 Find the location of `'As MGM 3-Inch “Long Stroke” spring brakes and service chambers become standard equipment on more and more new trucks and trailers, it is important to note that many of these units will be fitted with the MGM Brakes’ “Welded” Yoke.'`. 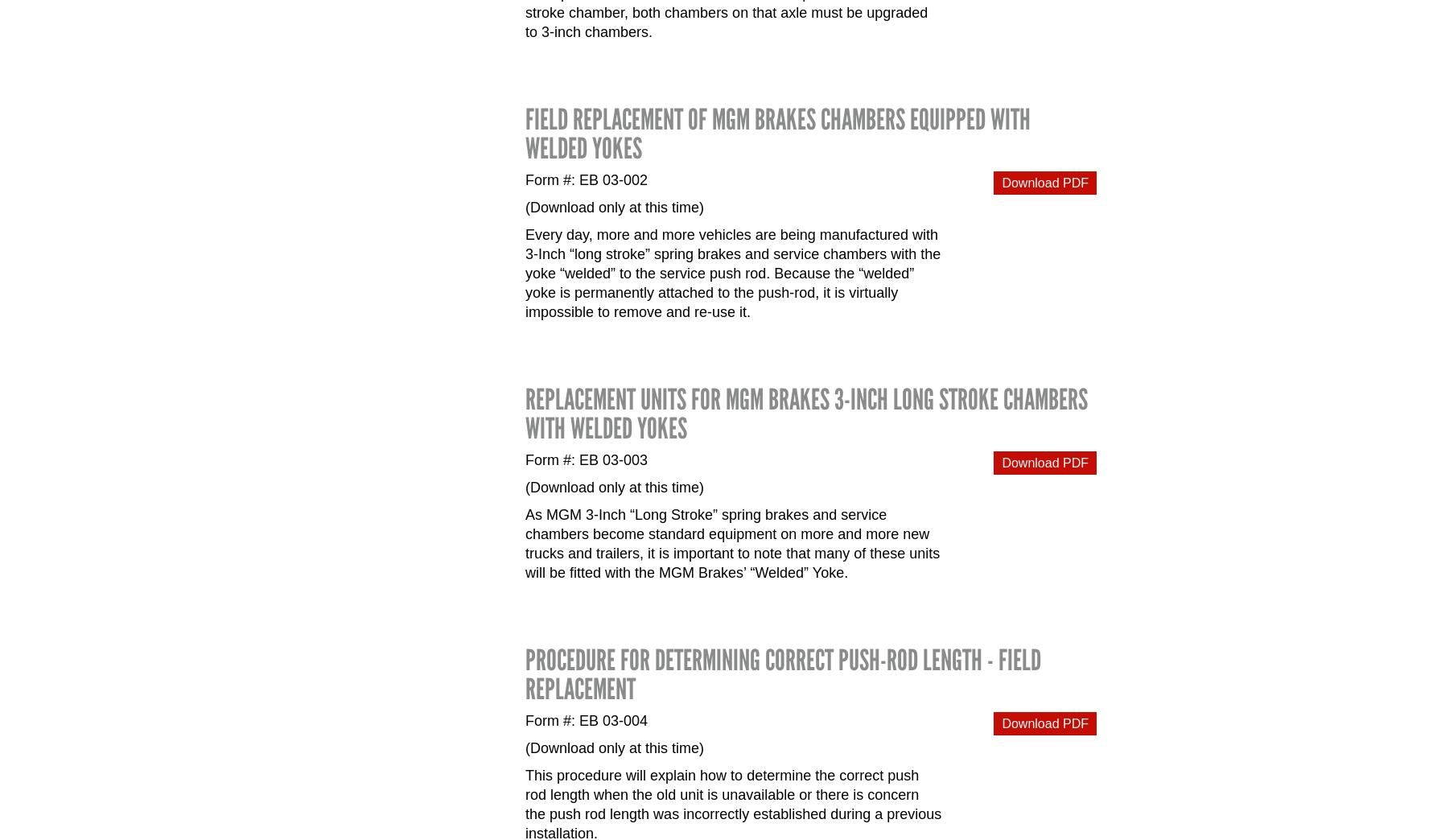

'As MGM 3-Inch “Long Stroke” spring brakes and service chambers become standard equipment on more and more new trucks and trailers, it is important to note that many of these units will be fitted with the MGM Brakes’ “Welded” Yoke.' is located at coordinates (525, 542).